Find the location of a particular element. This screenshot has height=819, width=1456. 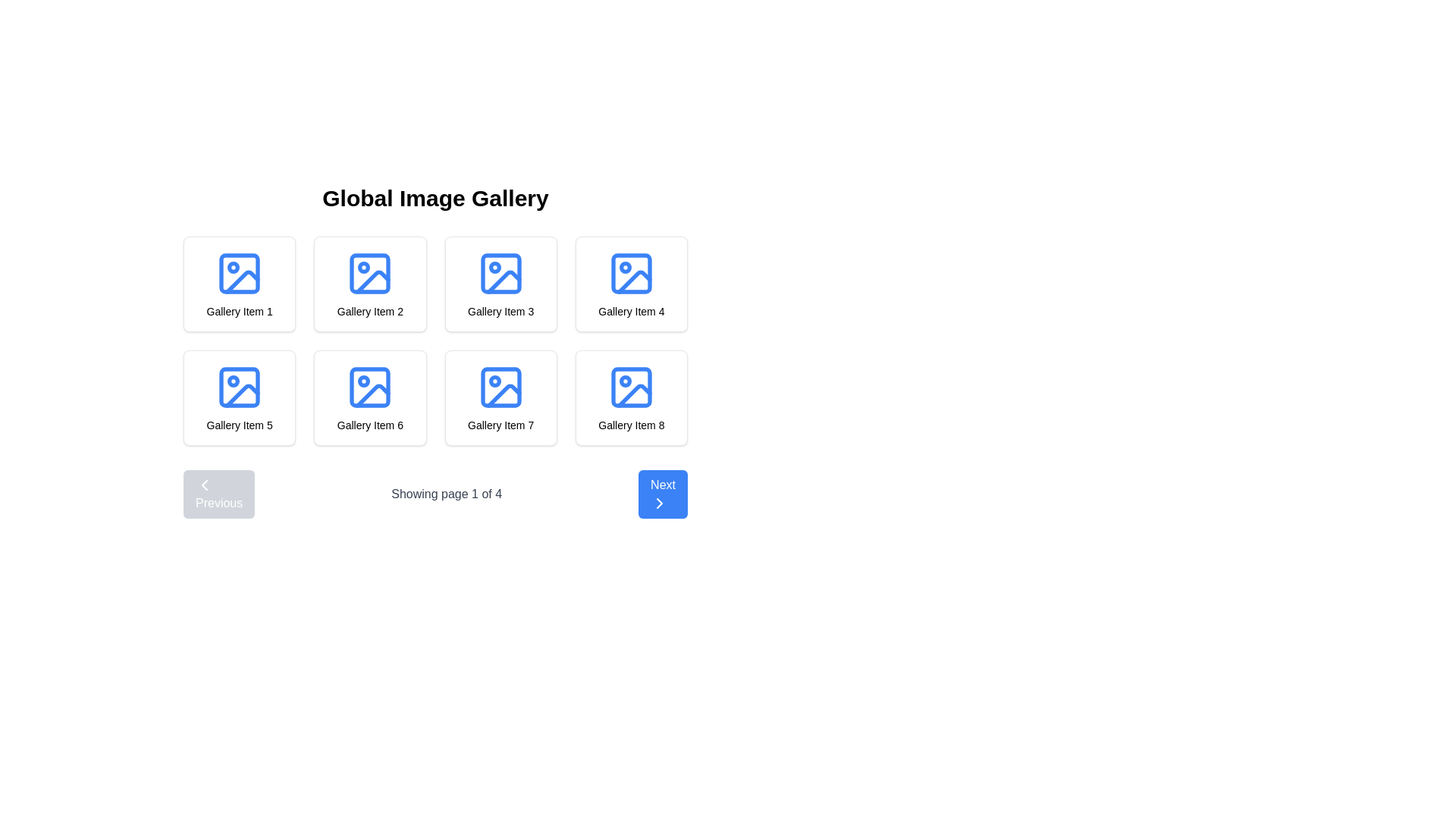

text label 'Gallery Item 4' located in the fourth tile of the grid layout, positioned below the associated icon is located at coordinates (631, 311).